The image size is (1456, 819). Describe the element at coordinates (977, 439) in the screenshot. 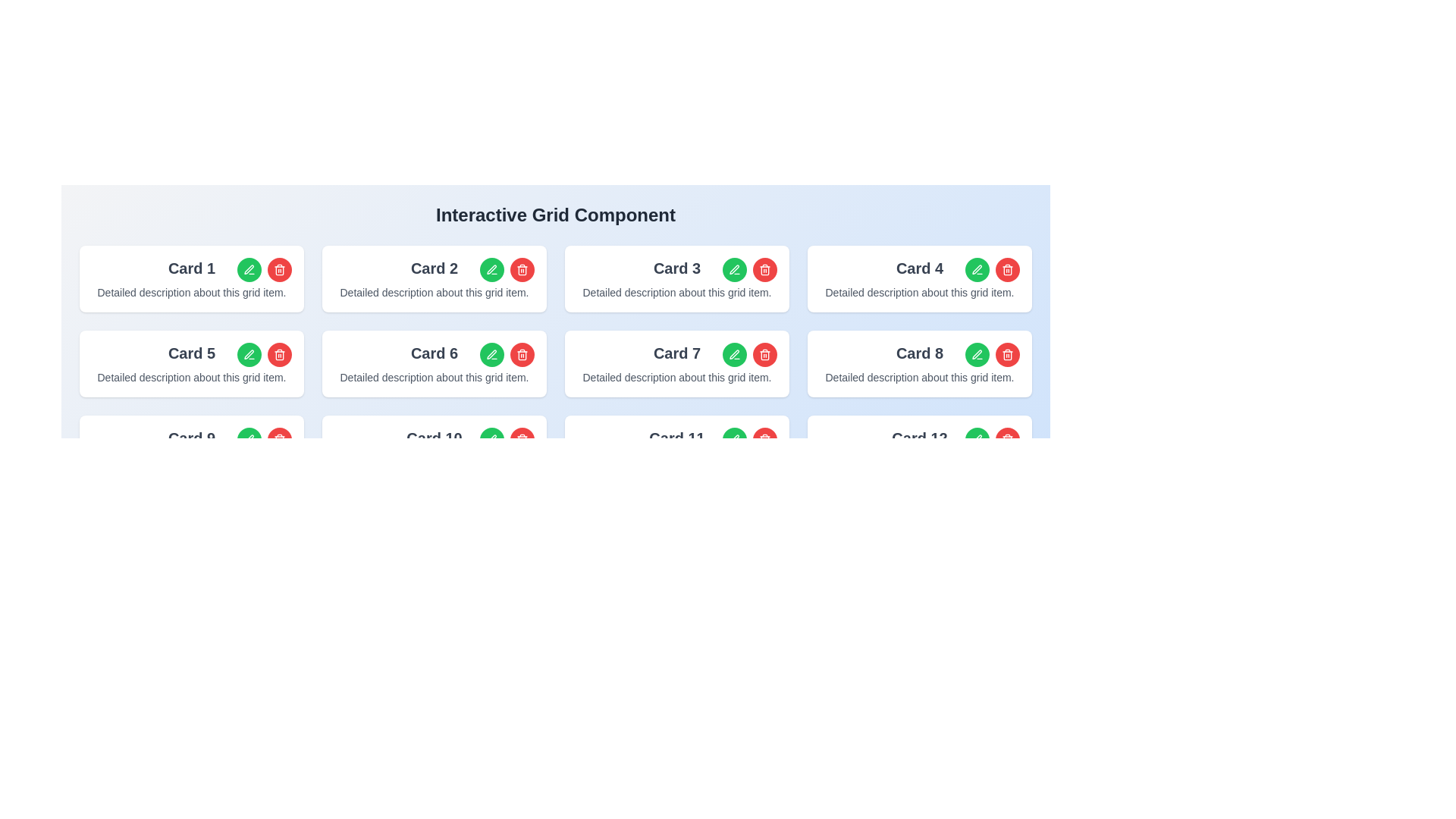

I see `the edit icon (pen symbol) located in the top-right corner of 'Card 8'` at that location.